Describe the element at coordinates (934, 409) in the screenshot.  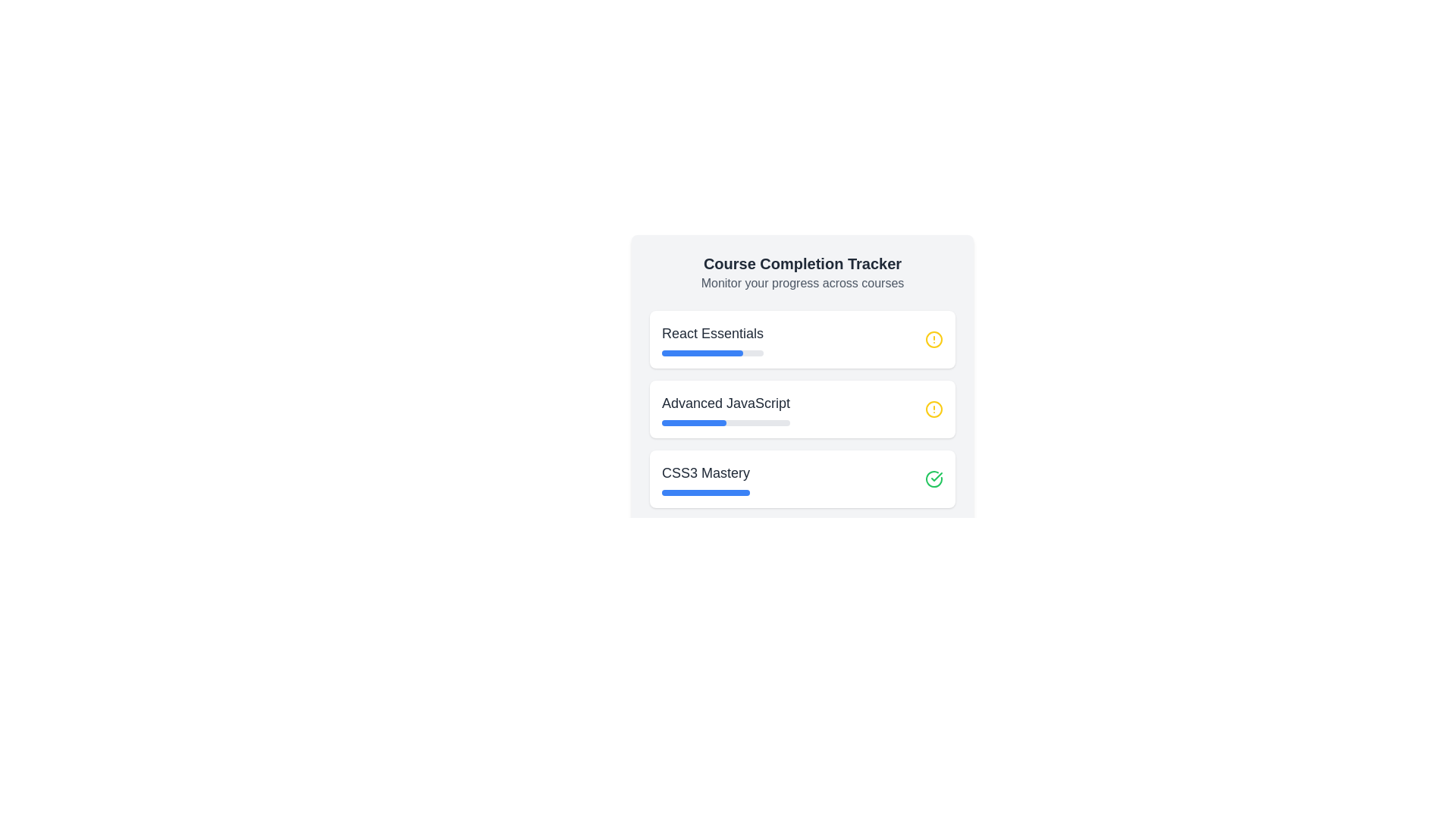
I see `the yellow-themed Indicator Icon at the end of the progress bar for the 'React Essentials' course, indicating an incomplete or pending state` at that location.